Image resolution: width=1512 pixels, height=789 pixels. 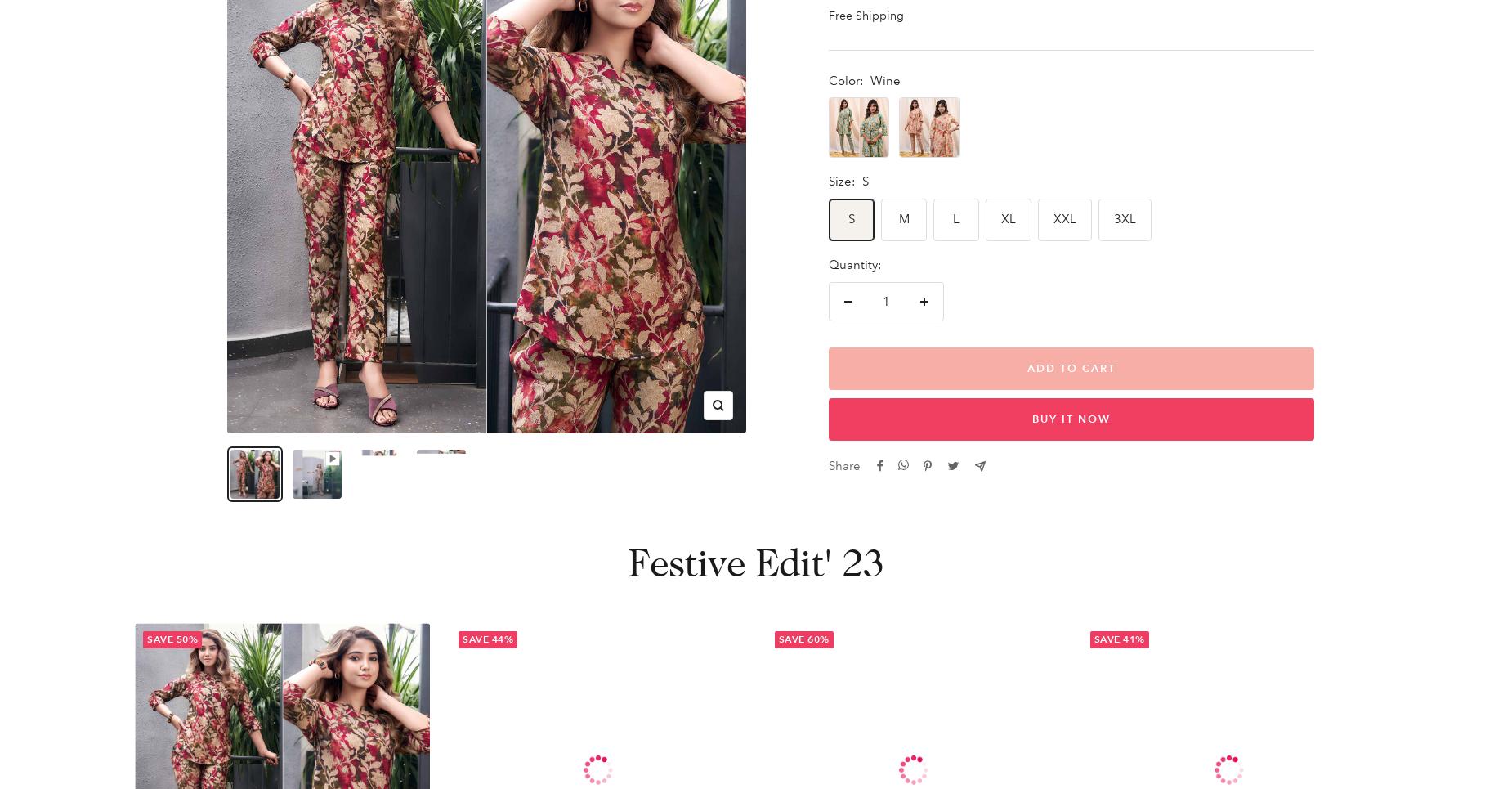 I want to click on 'Quantity:', so click(x=827, y=264).